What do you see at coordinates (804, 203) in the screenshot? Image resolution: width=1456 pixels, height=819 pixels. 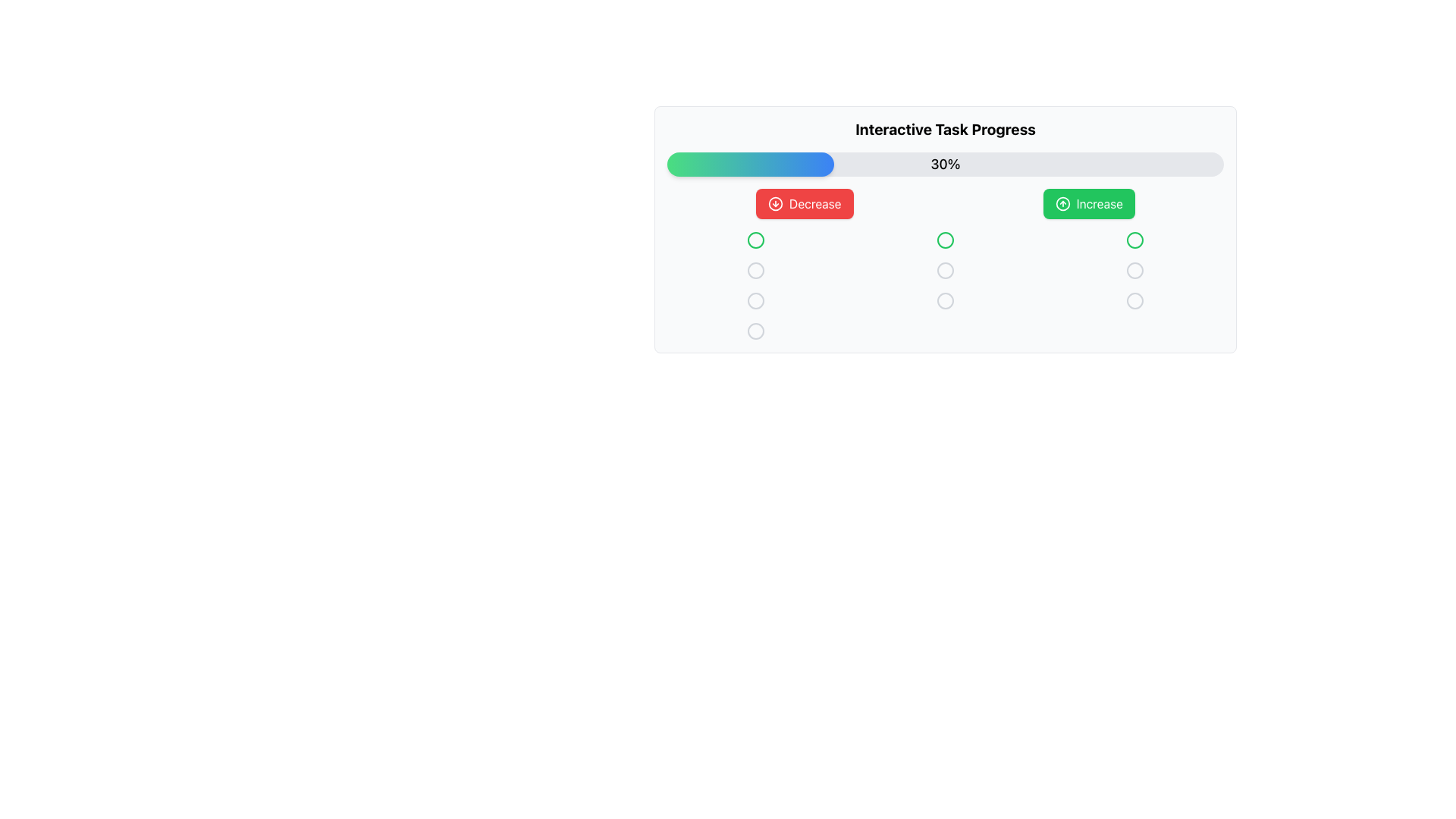 I see `the decrease action button located on the left side of the horizontal button arrangement` at bounding box center [804, 203].